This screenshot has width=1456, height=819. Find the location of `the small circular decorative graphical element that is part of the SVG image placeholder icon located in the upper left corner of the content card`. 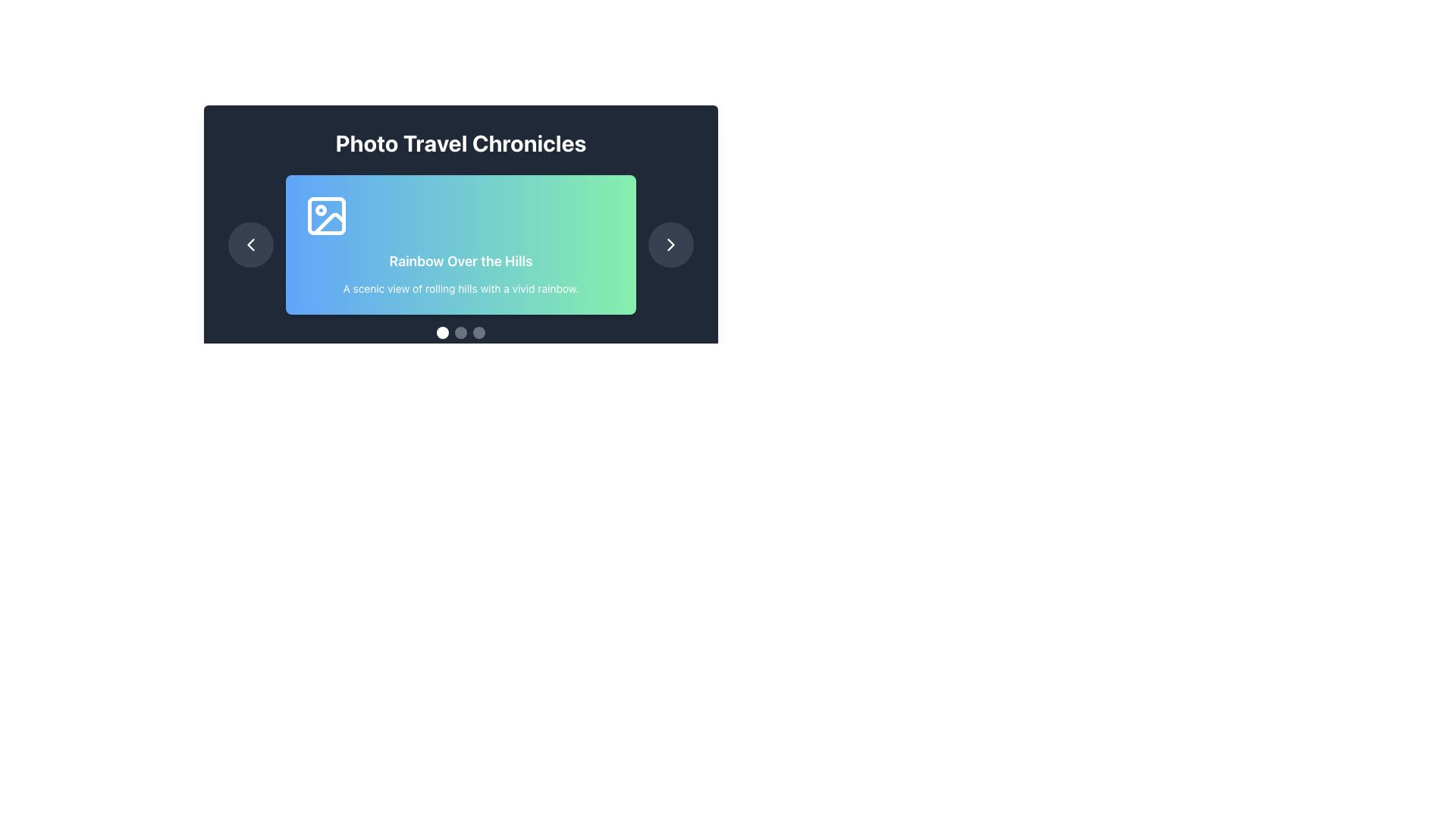

the small circular decorative graphical element that is part of the SVG image placeholder icon located in the upper left corner of the content card is located at coordinates (320, 210).